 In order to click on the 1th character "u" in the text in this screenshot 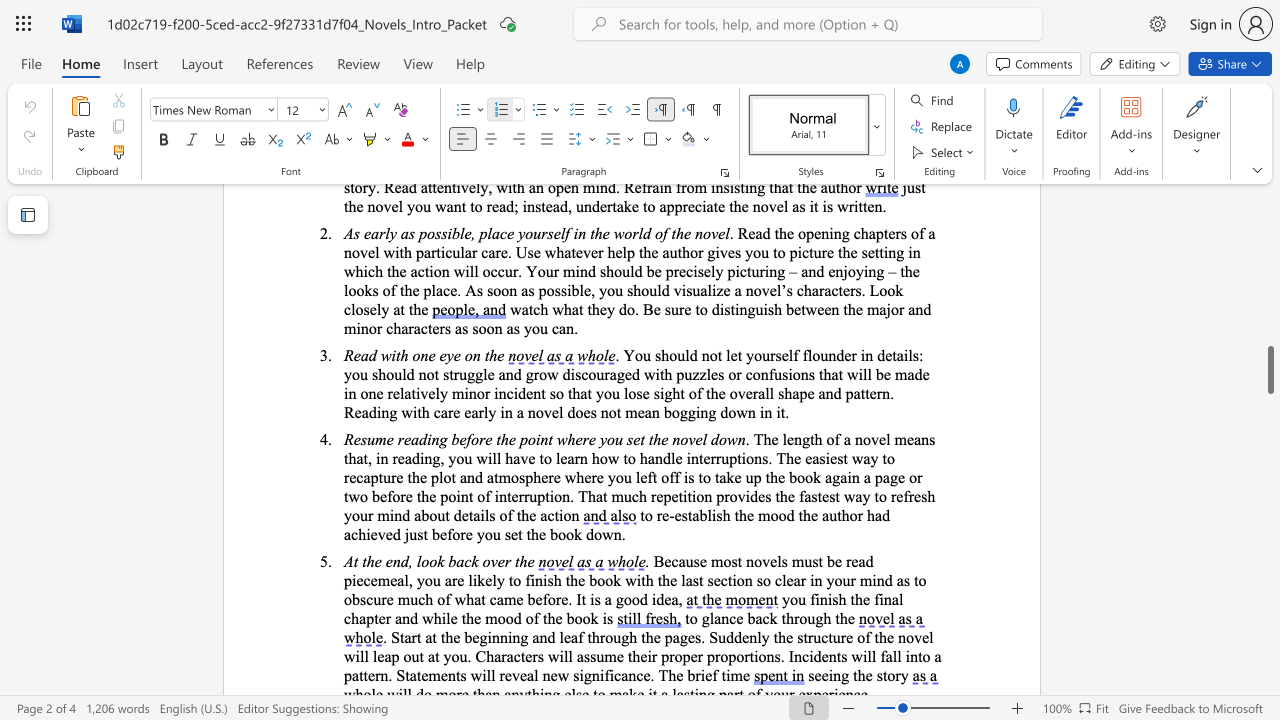, I will do `click(811, 617)`.